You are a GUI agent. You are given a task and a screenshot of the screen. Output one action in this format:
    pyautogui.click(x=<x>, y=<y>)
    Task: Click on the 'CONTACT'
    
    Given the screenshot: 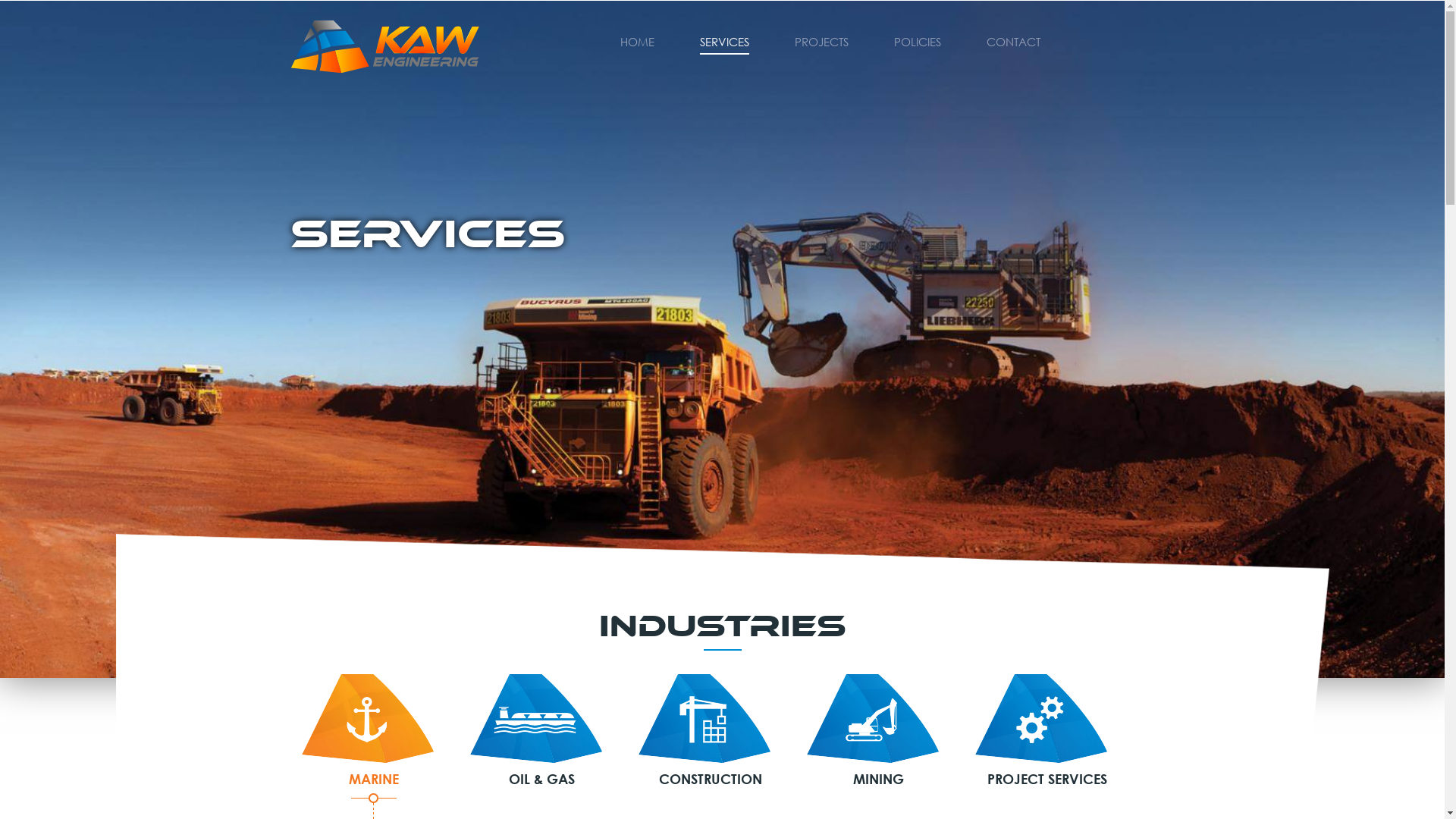 What is the action you would take?
    pyautogui.click(x=986, y=39)
    